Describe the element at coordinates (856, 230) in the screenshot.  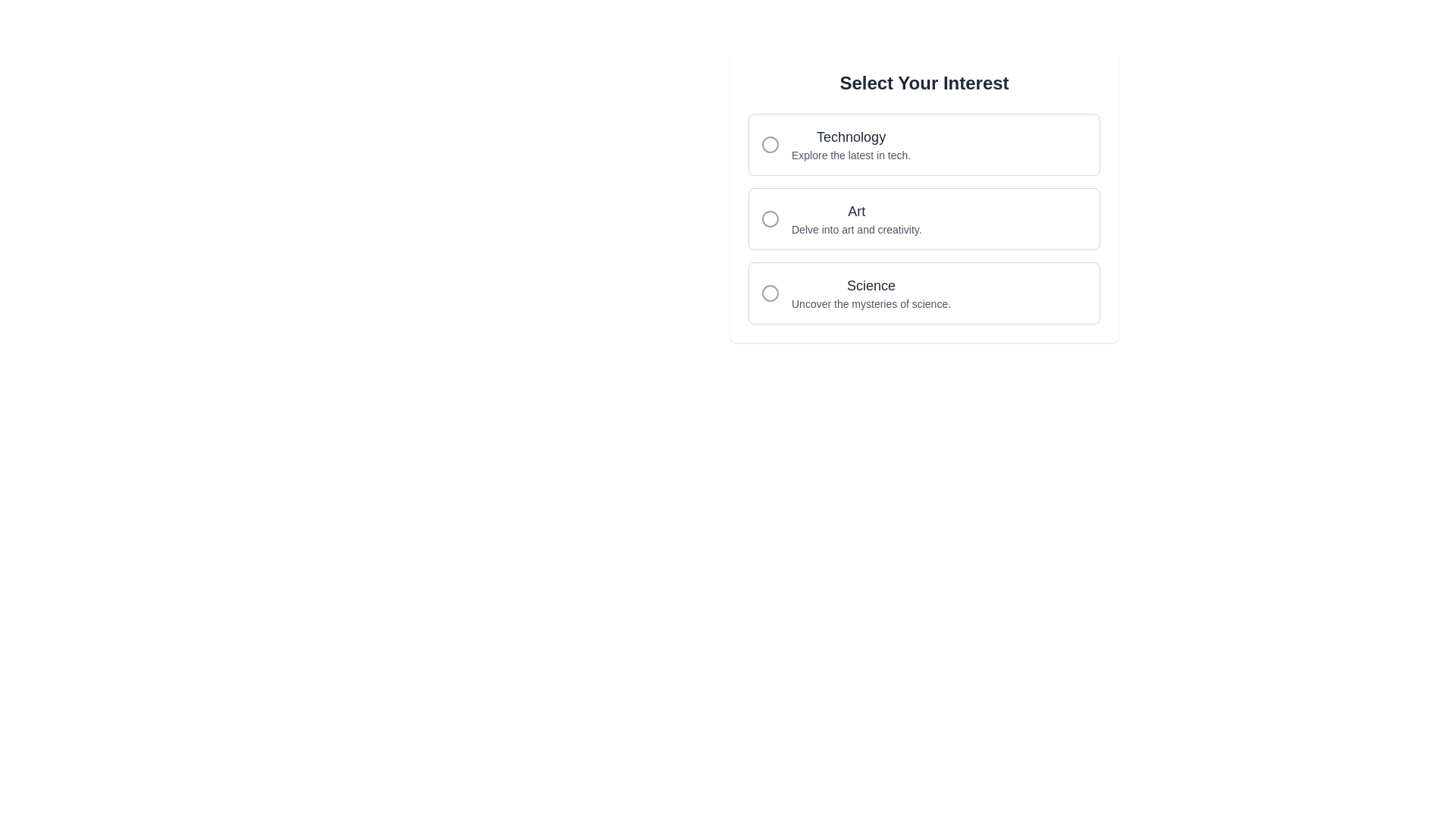
I see `the text label that reads 'Delve into art and creativity.', which is styled with a smaller, gray font and positioned below the bold title 'Art' within a vertical option list` at that location.